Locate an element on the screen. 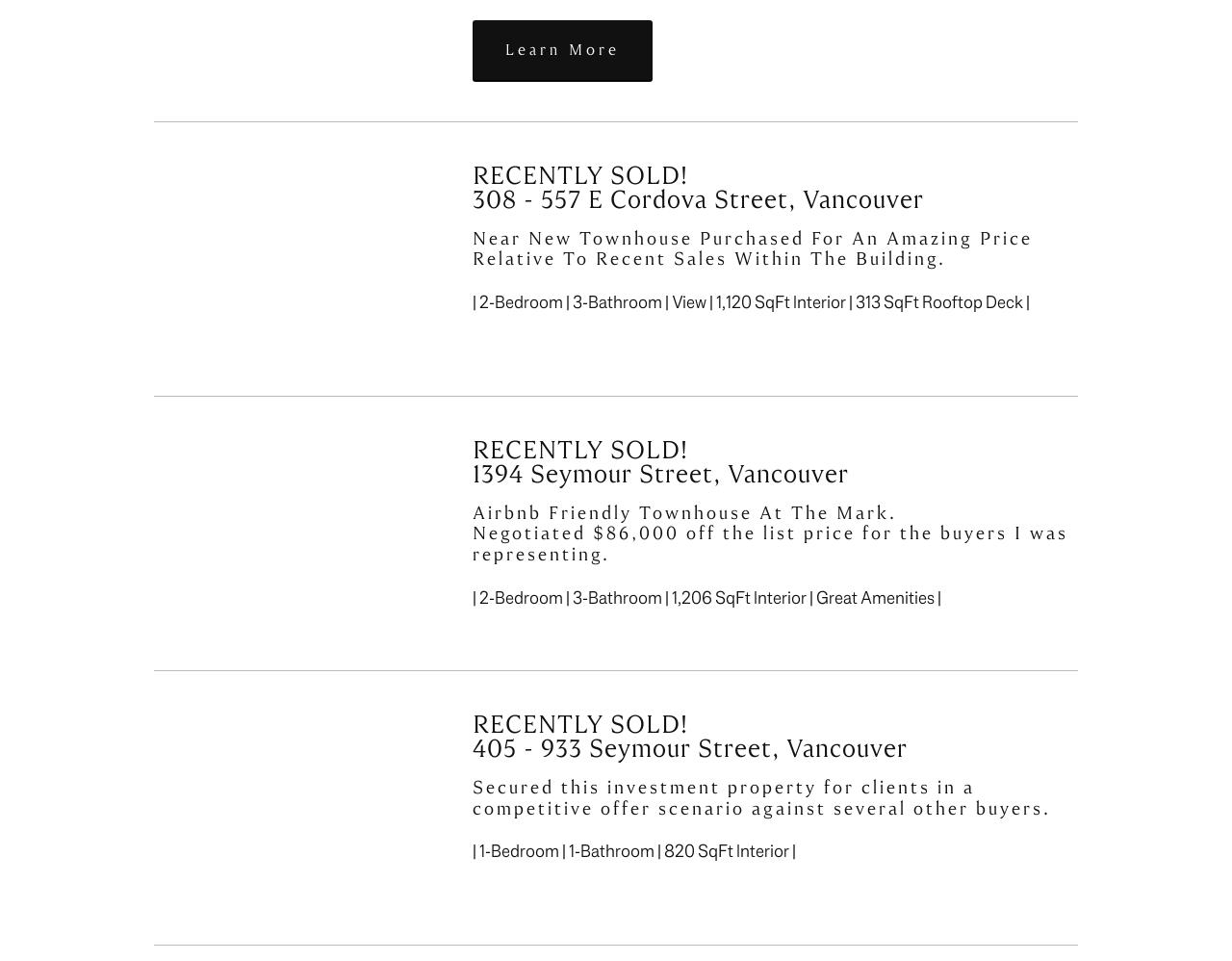  'Negotiated $86,000 off the list price for the buyers I was representing.' is located at coordinates (773, 542).